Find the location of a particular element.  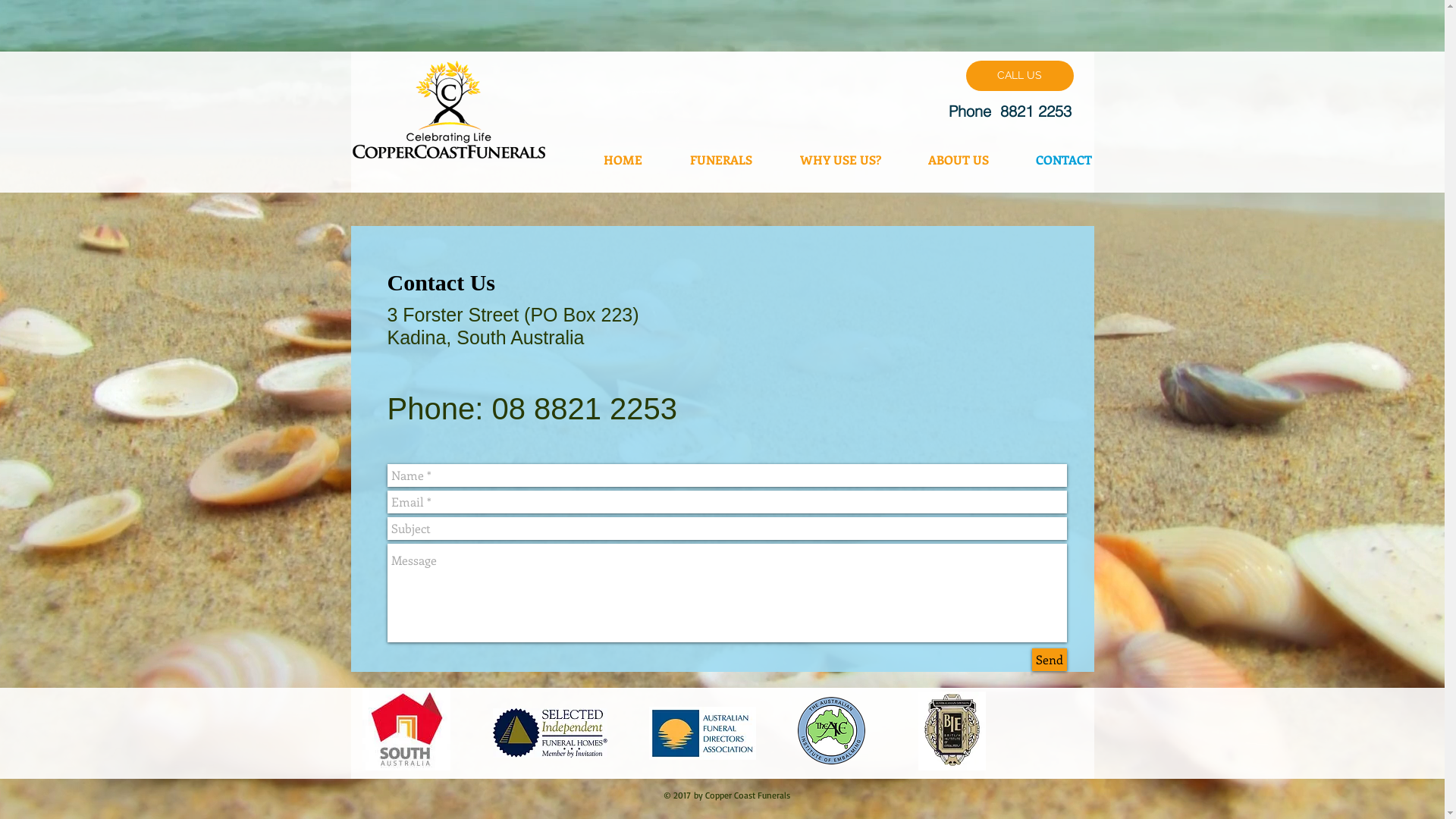

'Send' is located at coordinates (1047, 659).